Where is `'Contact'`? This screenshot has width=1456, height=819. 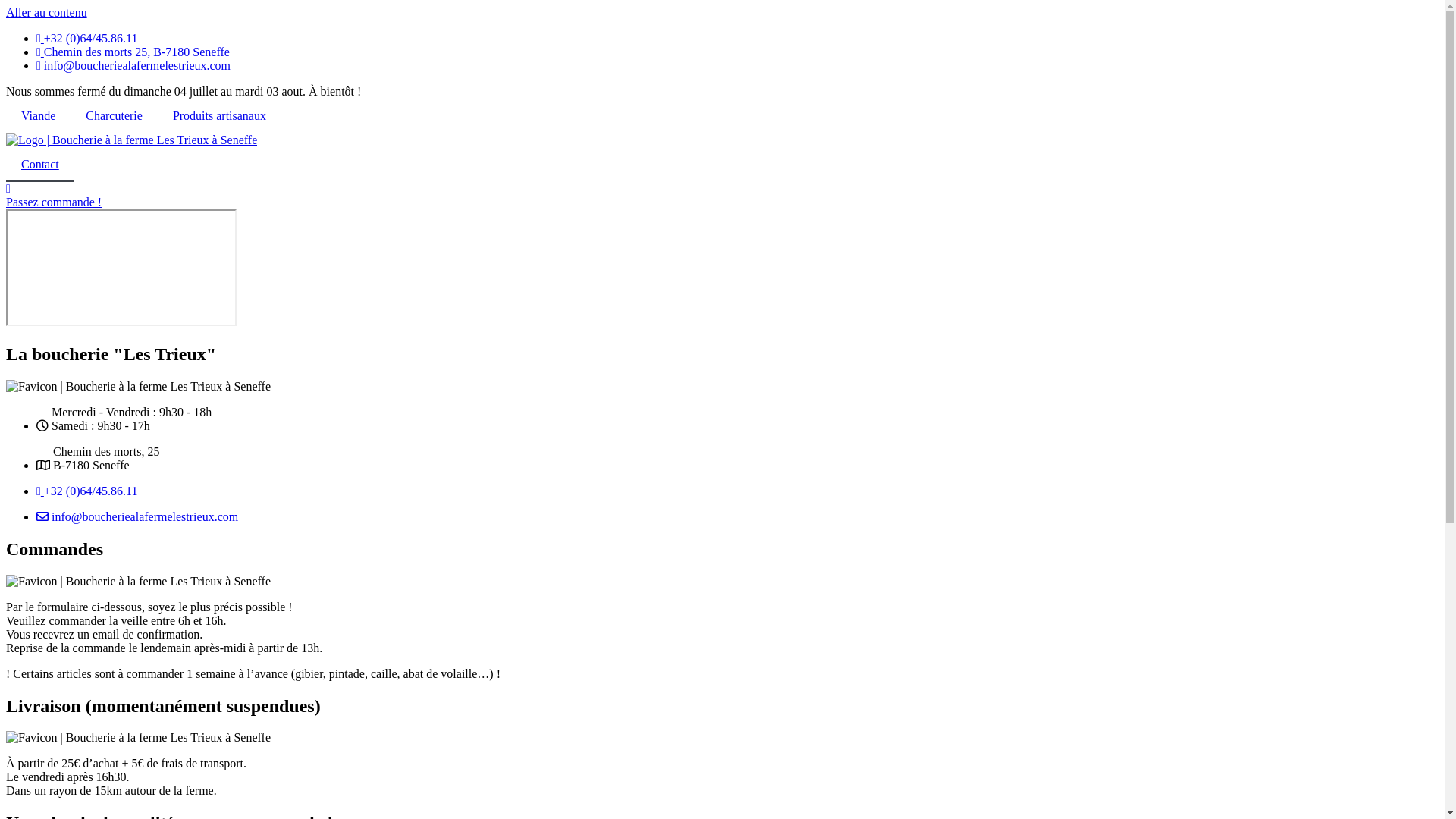
'Contact' is located at coordinates (39, 164).